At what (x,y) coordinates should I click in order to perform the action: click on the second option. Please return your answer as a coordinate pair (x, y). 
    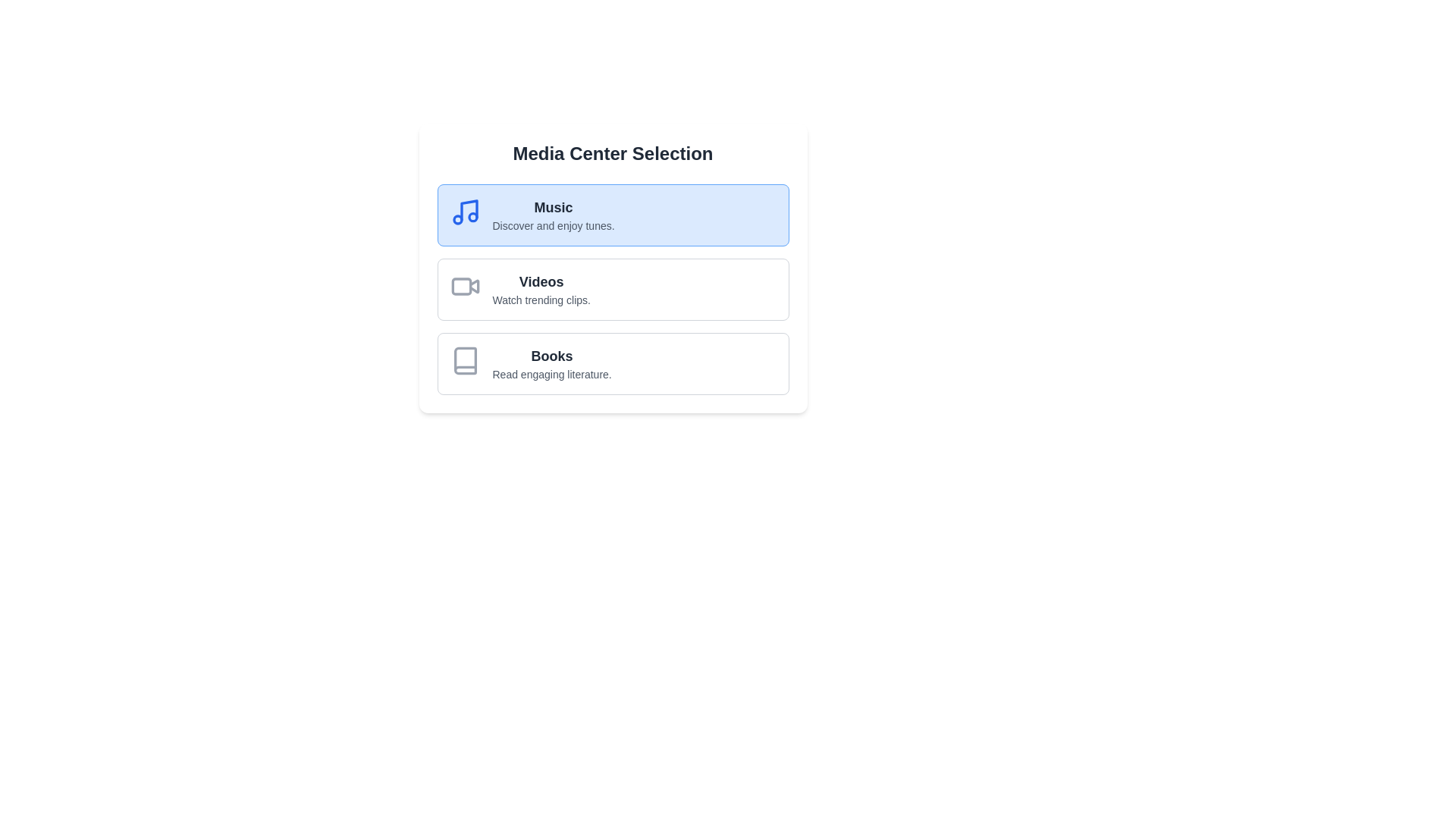
    Looking at the image, I should click on (613, 289).